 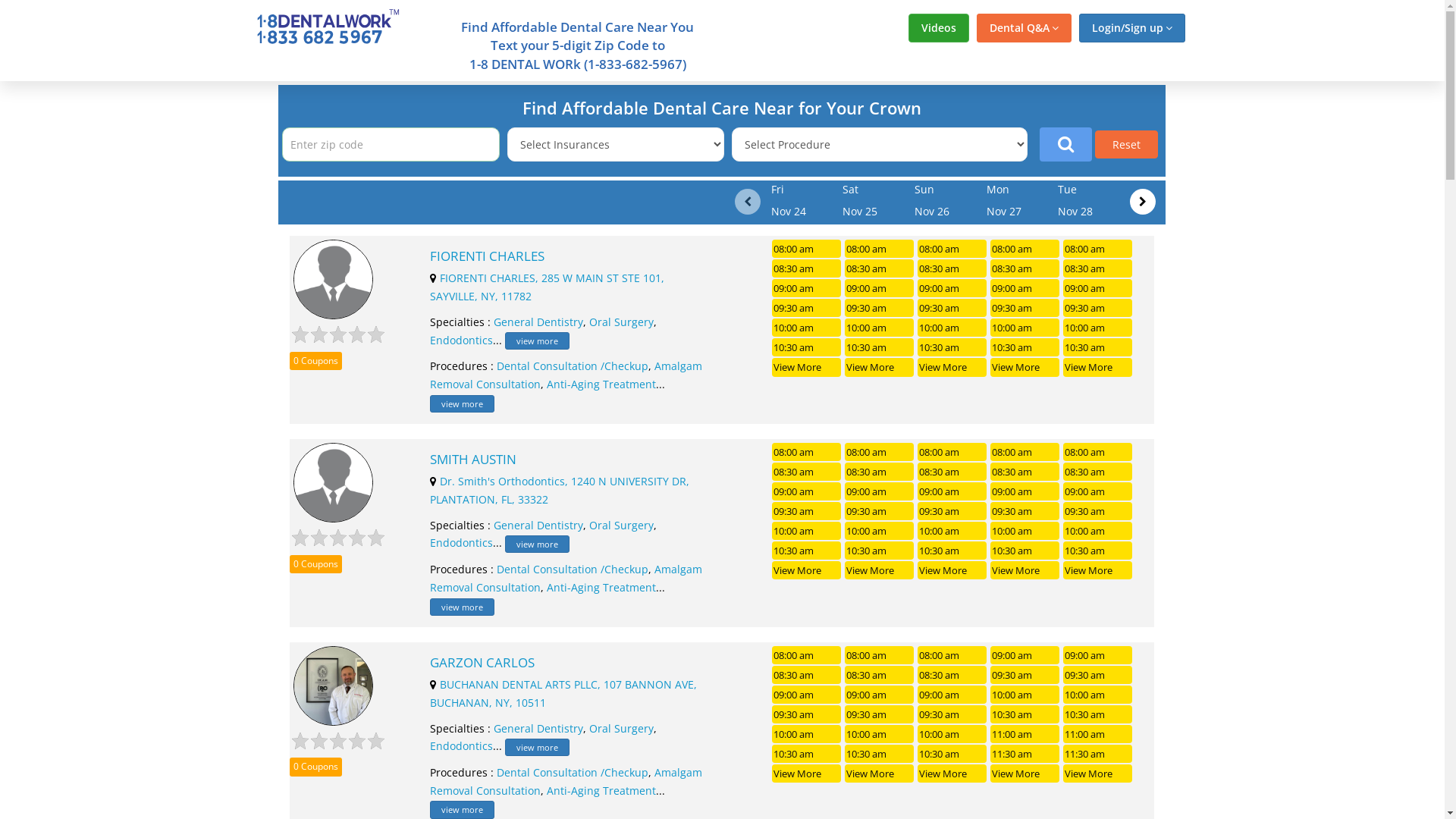 I want to click on 'view more', so click(x=505, y=340).